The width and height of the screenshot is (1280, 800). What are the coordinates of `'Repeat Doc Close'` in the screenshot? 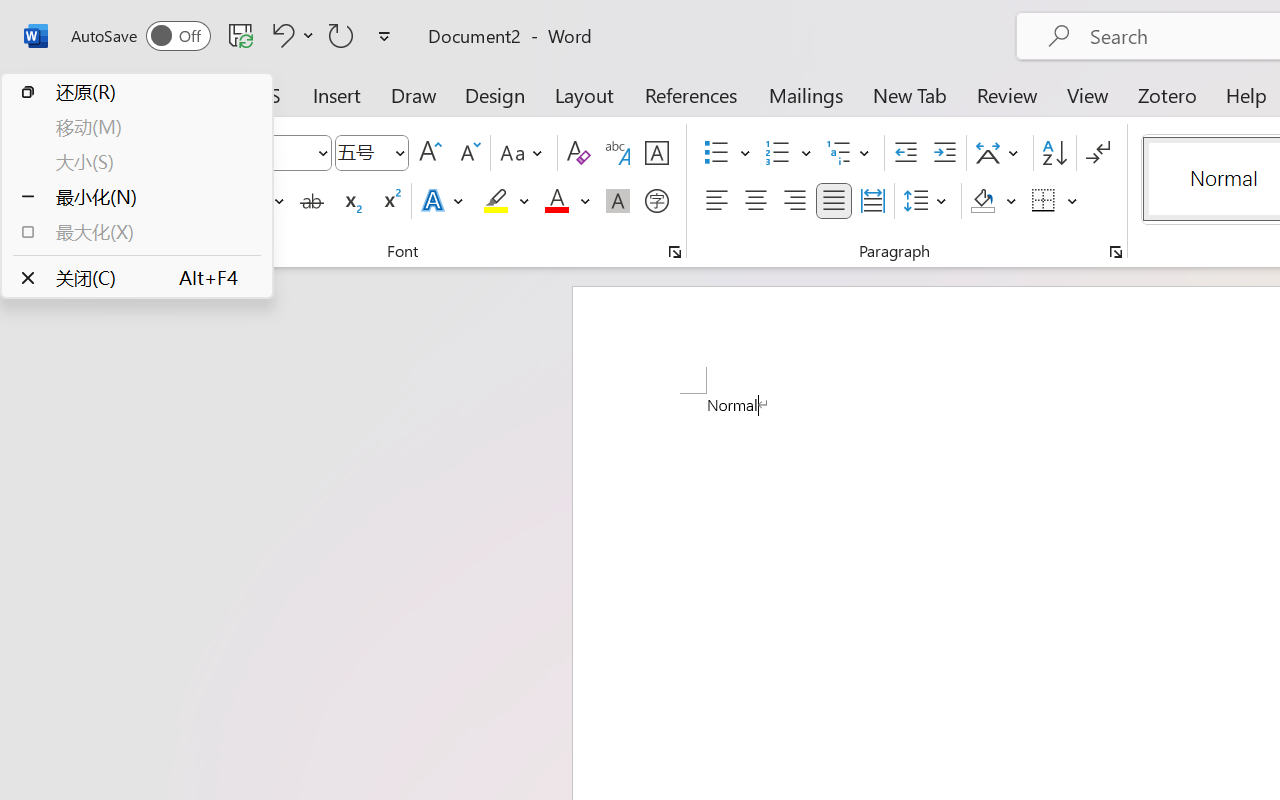 It's located at (341, 34).